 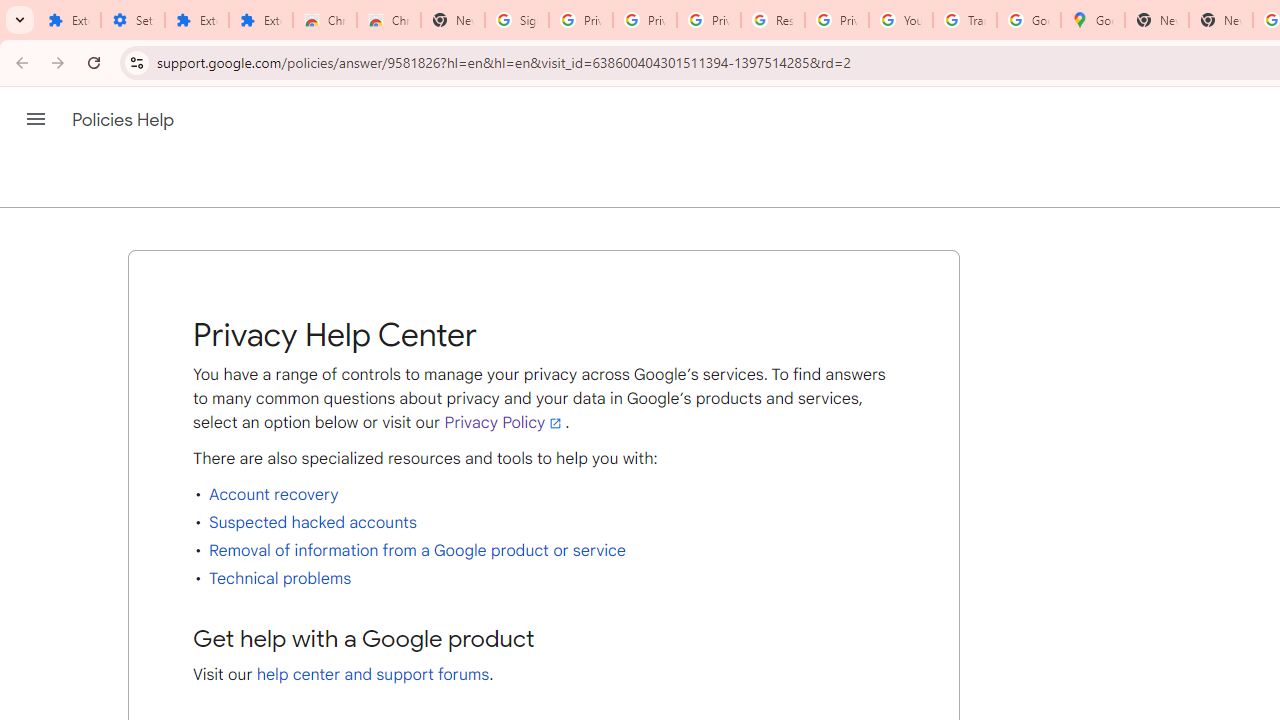 I want to click on 'Google Maps', so click(x=1092, y=20).